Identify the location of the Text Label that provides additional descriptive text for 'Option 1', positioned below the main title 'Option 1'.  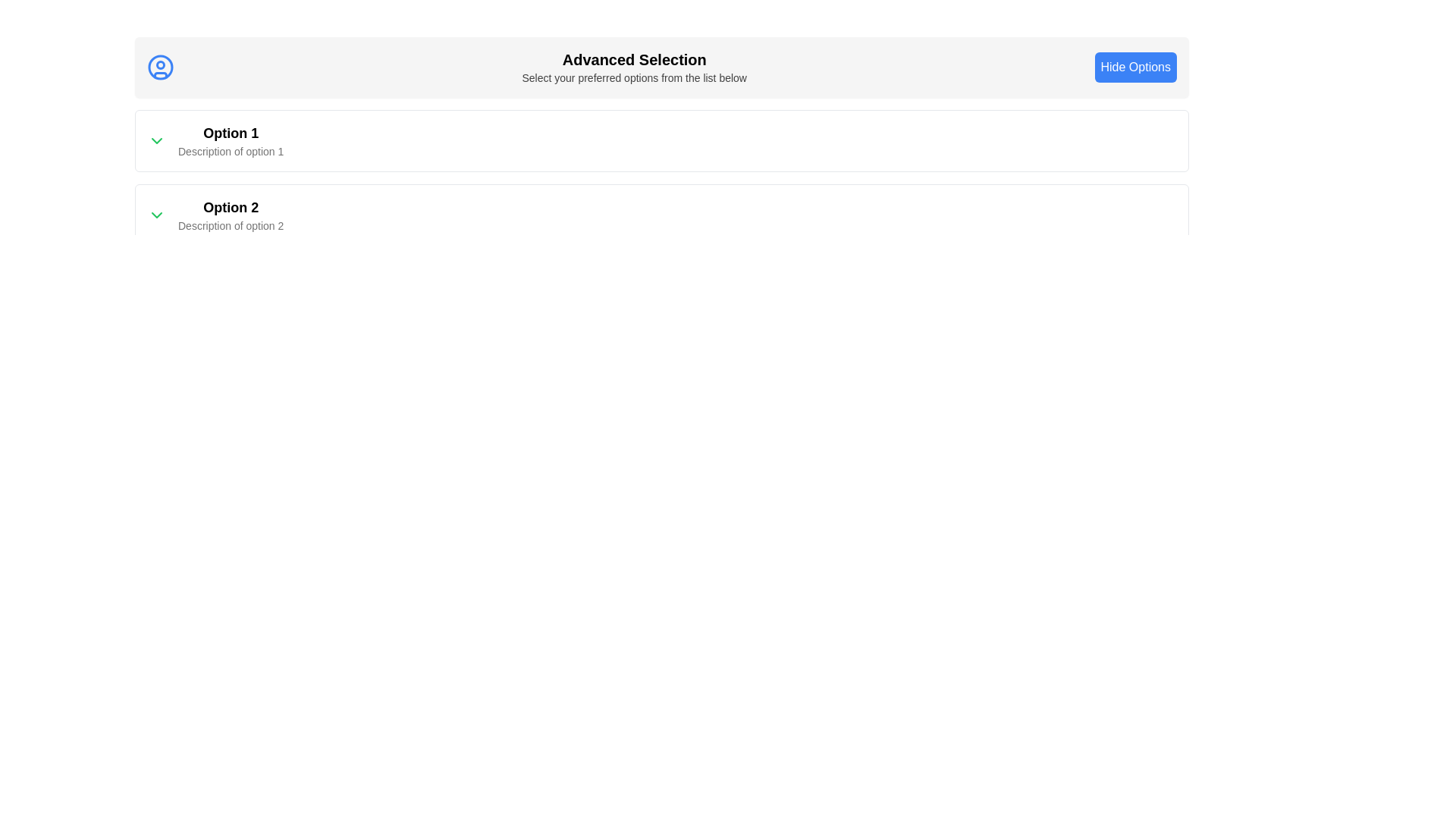
(230, 152).